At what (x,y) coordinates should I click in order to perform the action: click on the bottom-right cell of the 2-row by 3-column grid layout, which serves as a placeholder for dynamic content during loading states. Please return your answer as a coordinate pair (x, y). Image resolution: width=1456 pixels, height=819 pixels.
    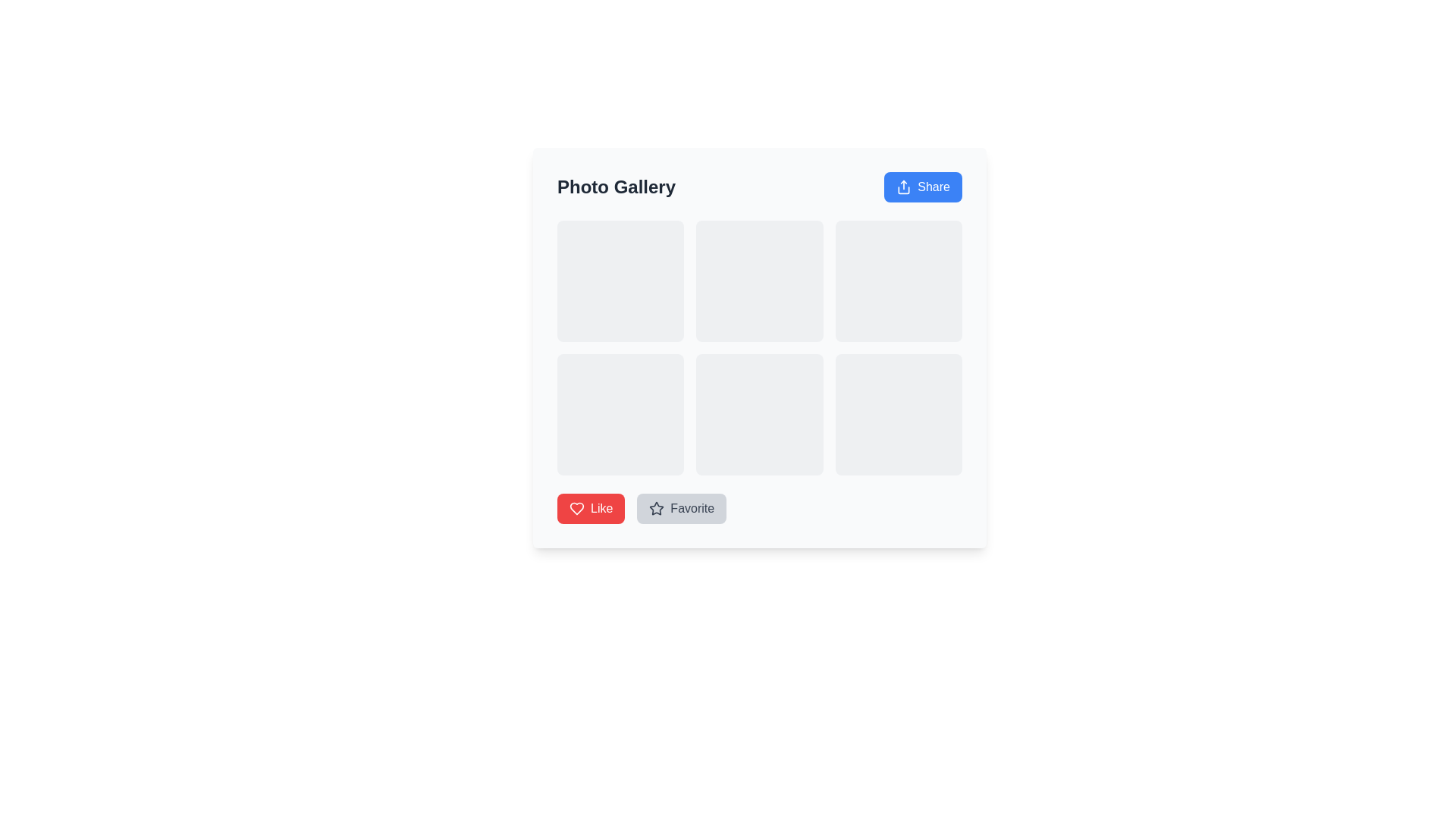
    Looking at the image, I should click on (899, 415).